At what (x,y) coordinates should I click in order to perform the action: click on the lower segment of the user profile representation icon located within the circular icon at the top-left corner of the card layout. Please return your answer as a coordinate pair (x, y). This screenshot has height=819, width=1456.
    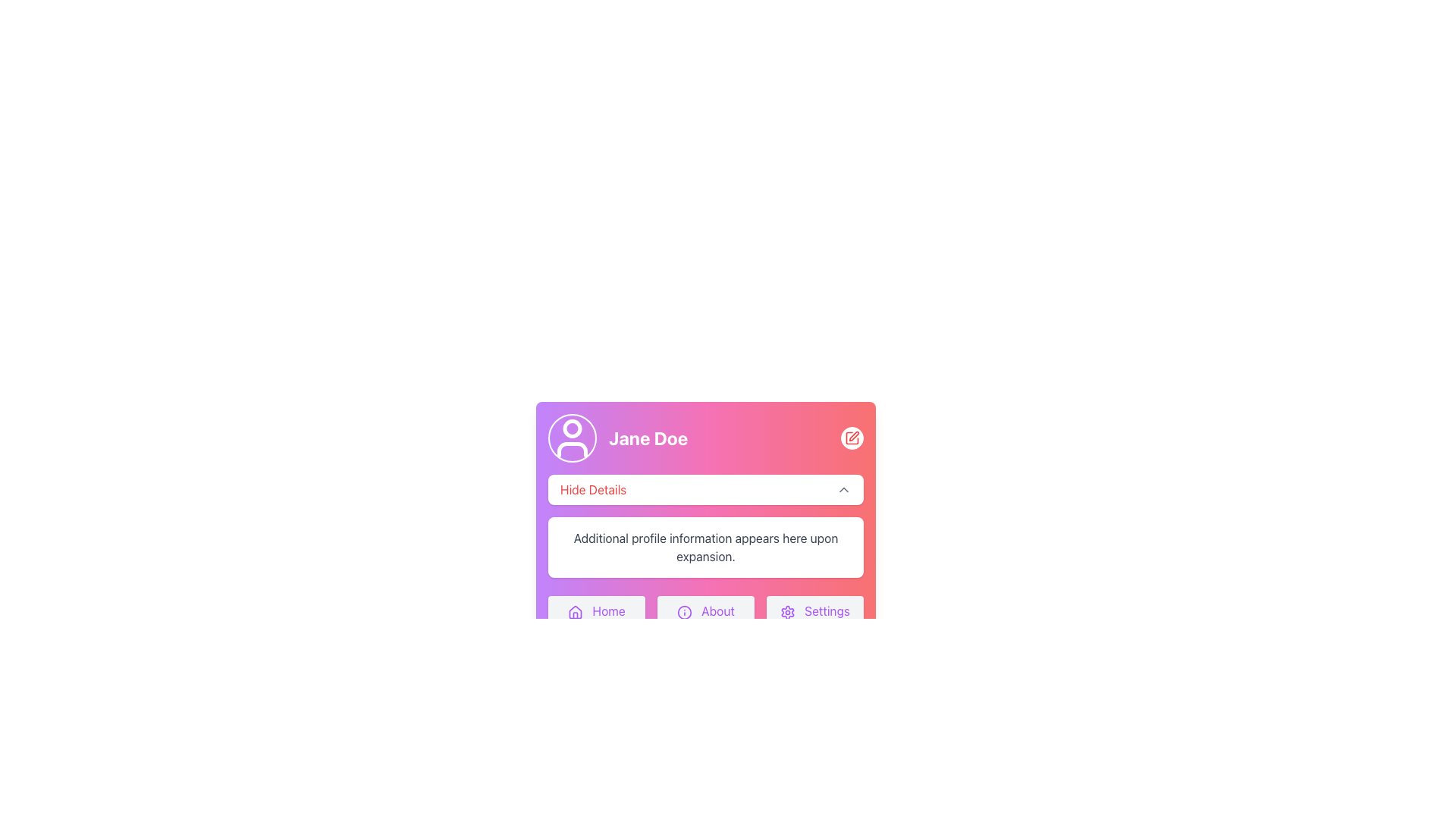
    Looking at the image, I should click on (571, 449).